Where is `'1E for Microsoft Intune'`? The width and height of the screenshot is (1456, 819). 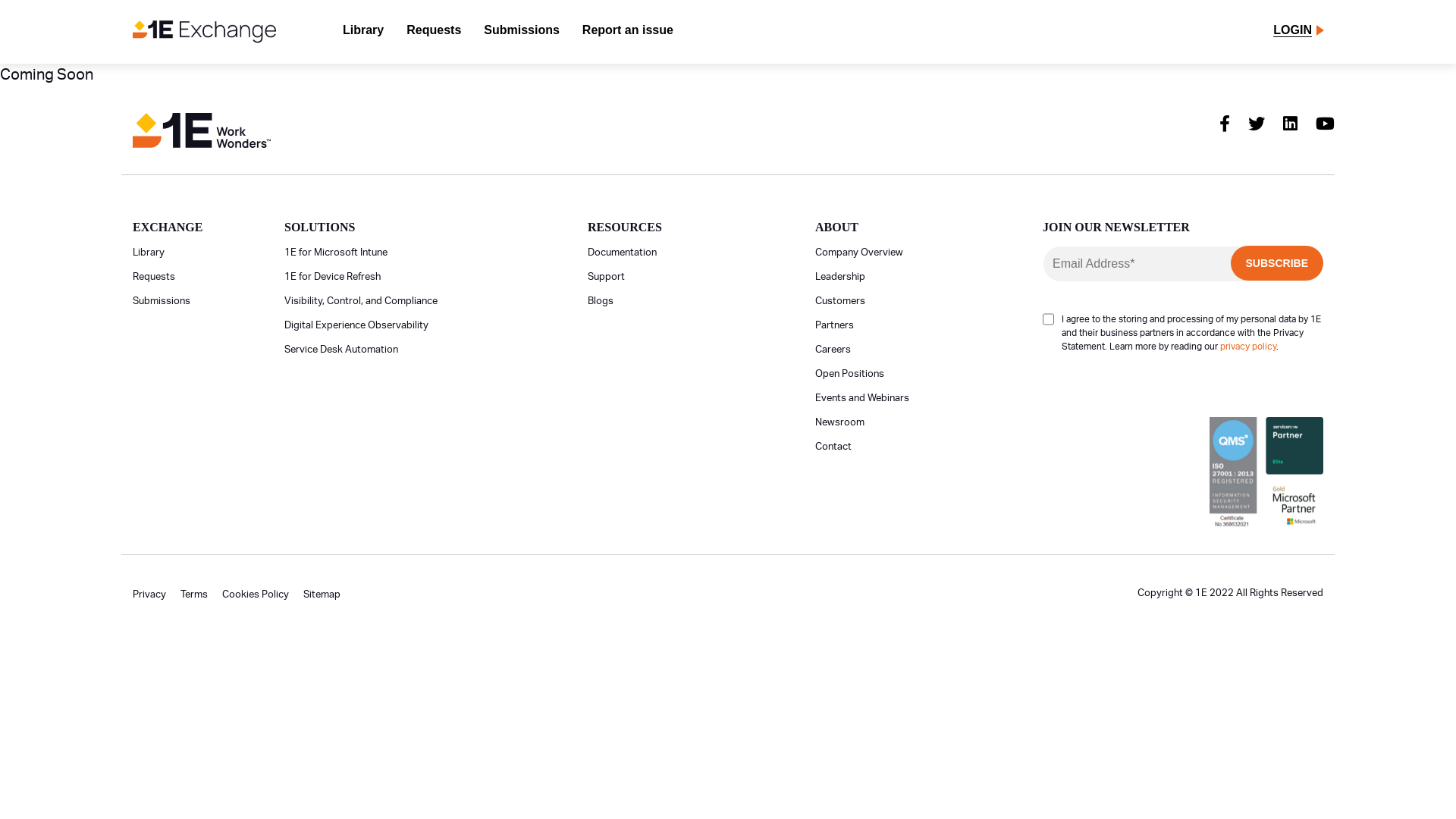
'1E for Microsoft Intune' is located at coordinates (334, 252).